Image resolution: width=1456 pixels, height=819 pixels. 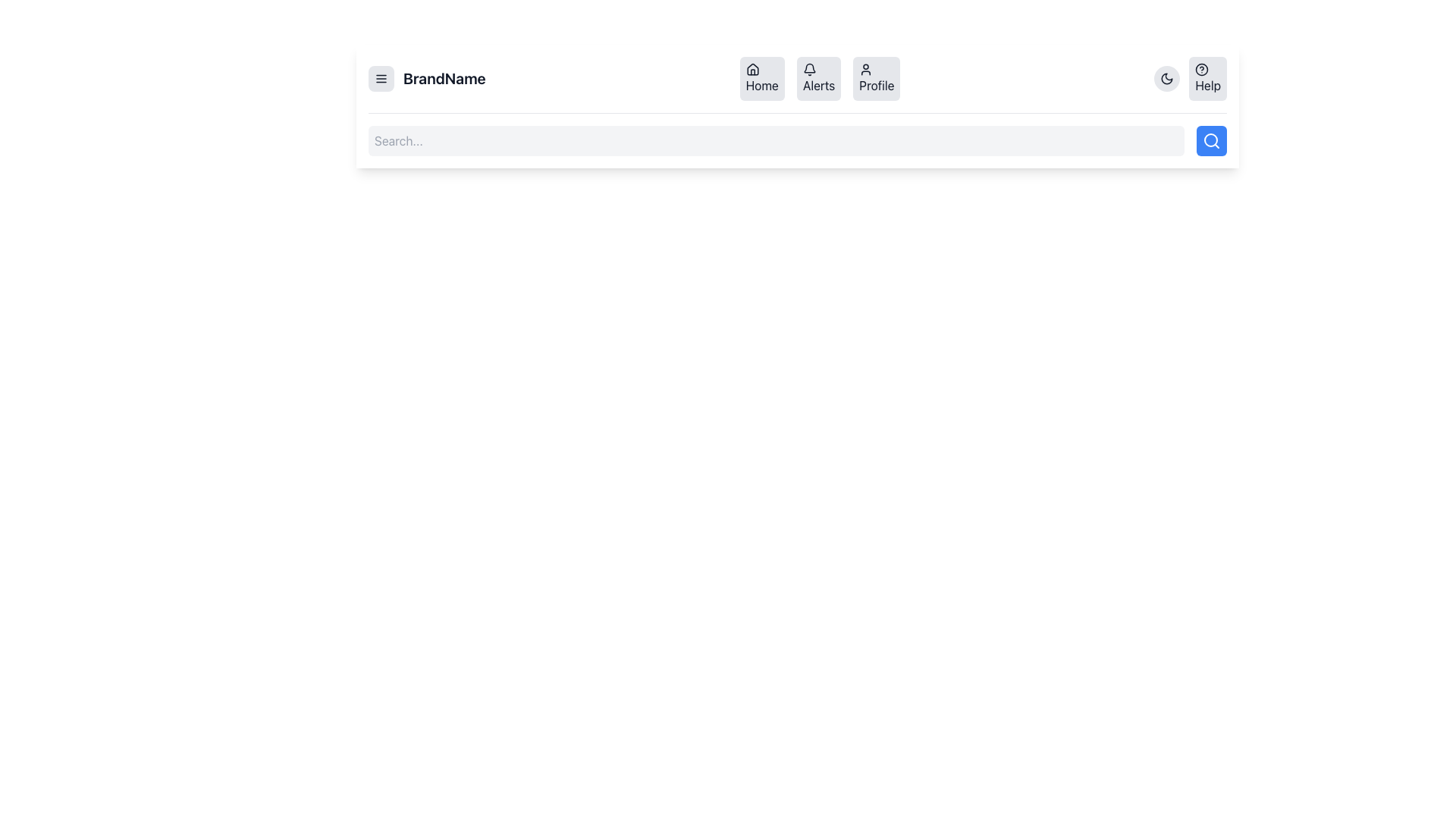 I want to click on the 'menu' button, which is a light gray rounded rectangular button with a three-line icon, located to the left of the 'BrandName' text, so click(x=381, y=79).